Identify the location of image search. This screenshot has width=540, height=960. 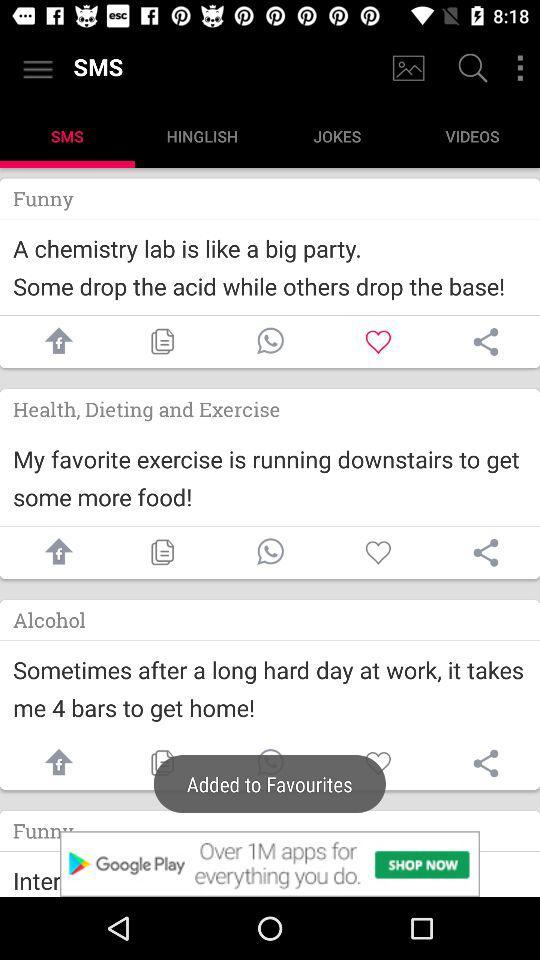
(407, 68).